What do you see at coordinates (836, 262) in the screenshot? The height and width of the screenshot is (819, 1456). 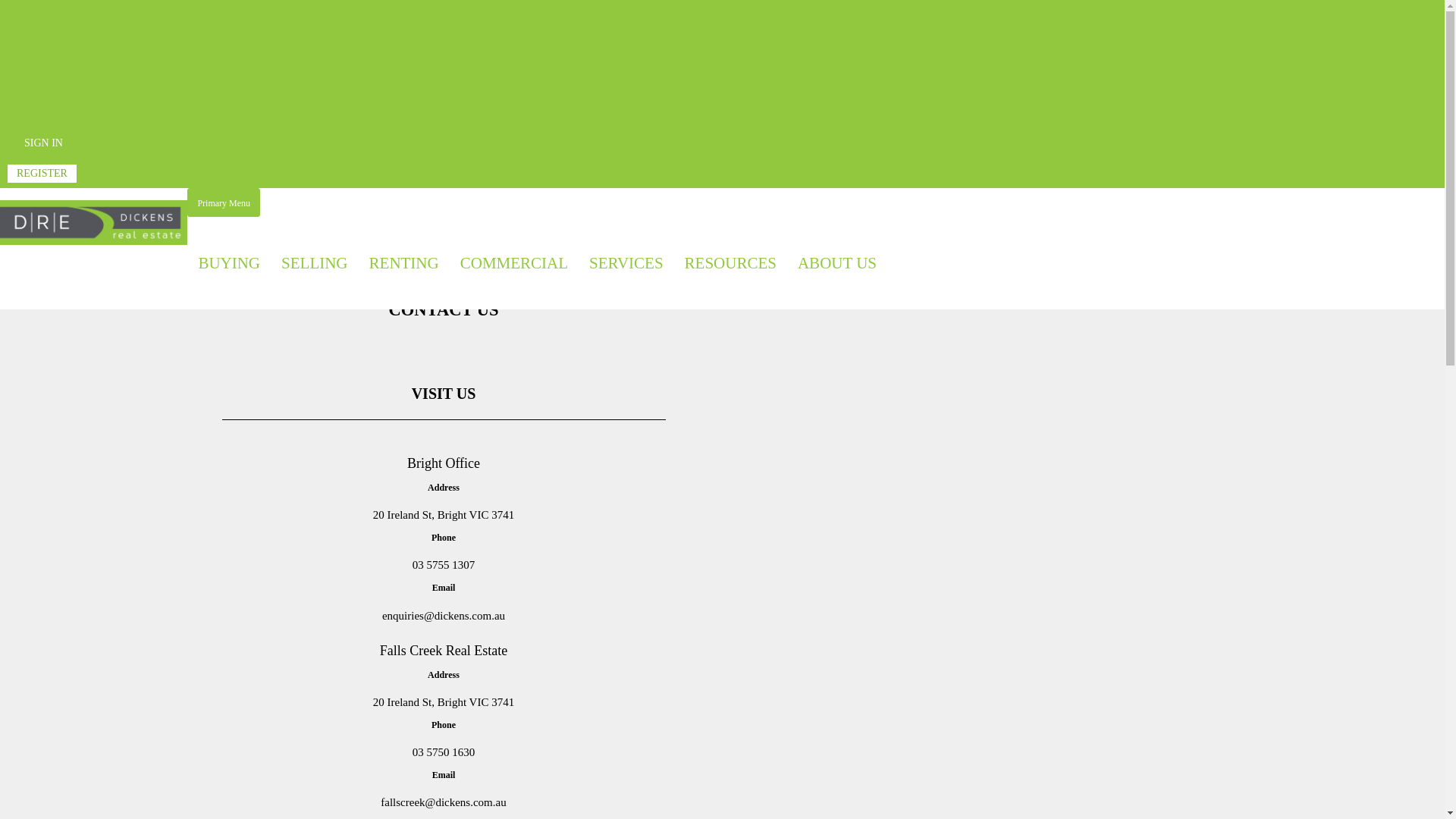 I see `'ABOUT US'` at bounding box center [836, 262].